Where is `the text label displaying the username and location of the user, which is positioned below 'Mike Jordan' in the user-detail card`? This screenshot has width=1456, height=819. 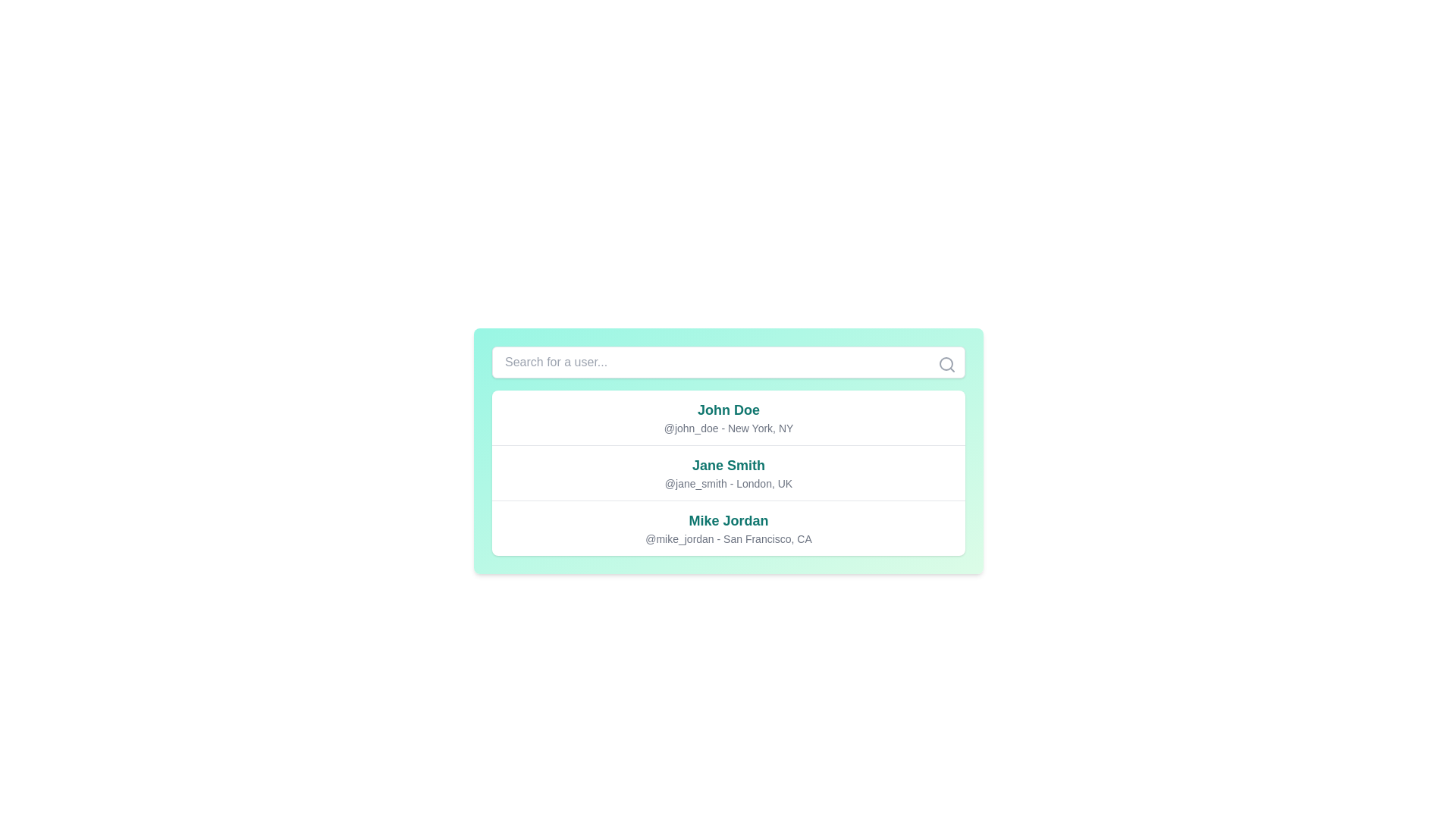
the text label displaying the username and location of the user, which is positioned below 'Mike Jordan' in the user-detail card is located at coordinates (728, 538).